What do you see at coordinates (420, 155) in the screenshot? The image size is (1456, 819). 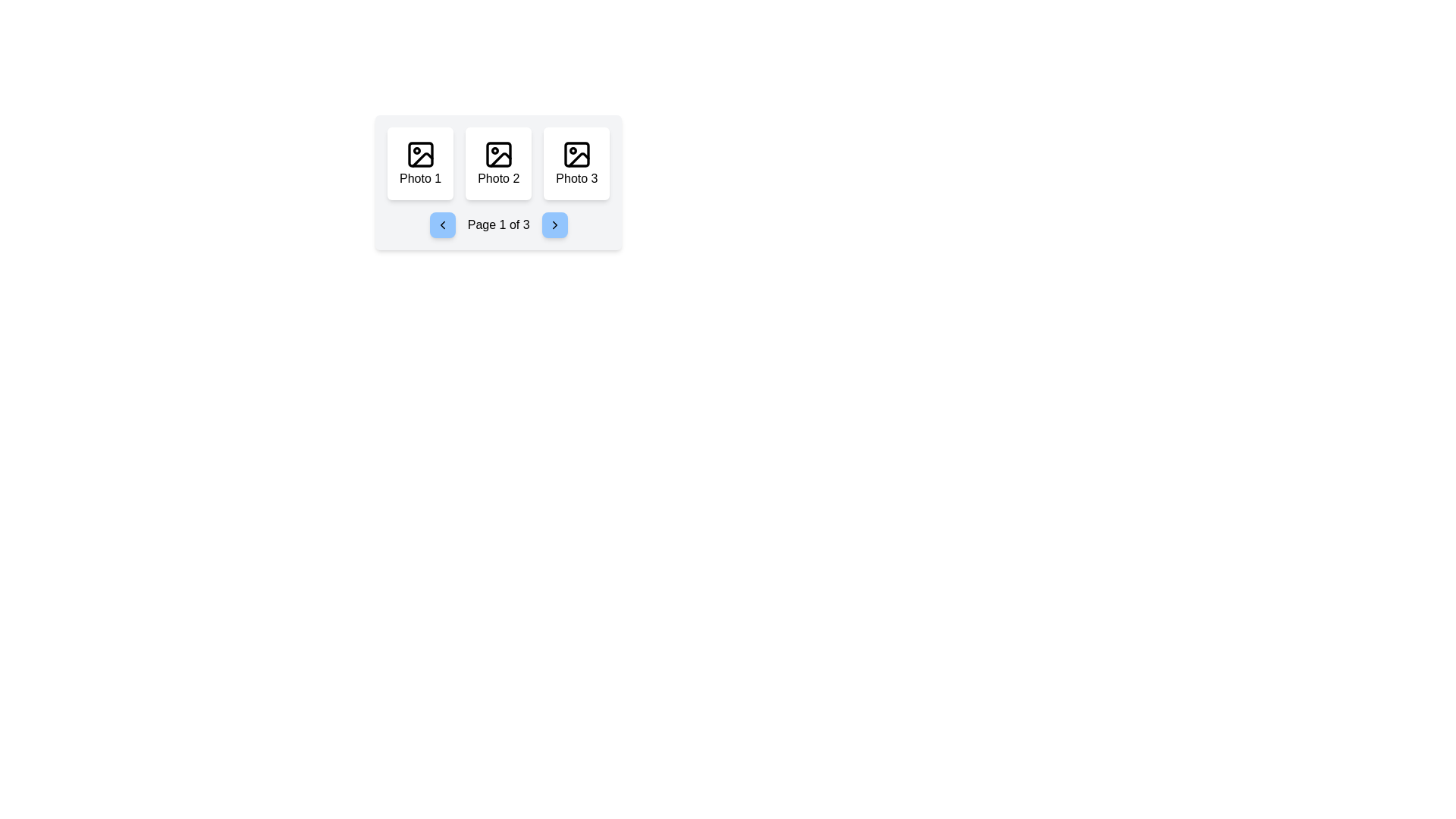 I see `the decorative graphical element that is a rectangle with rounded corners within the 'Photo 1' icon in the gallery interface, located towards the upper-left area of the icon` at bounding box center [420, 155].